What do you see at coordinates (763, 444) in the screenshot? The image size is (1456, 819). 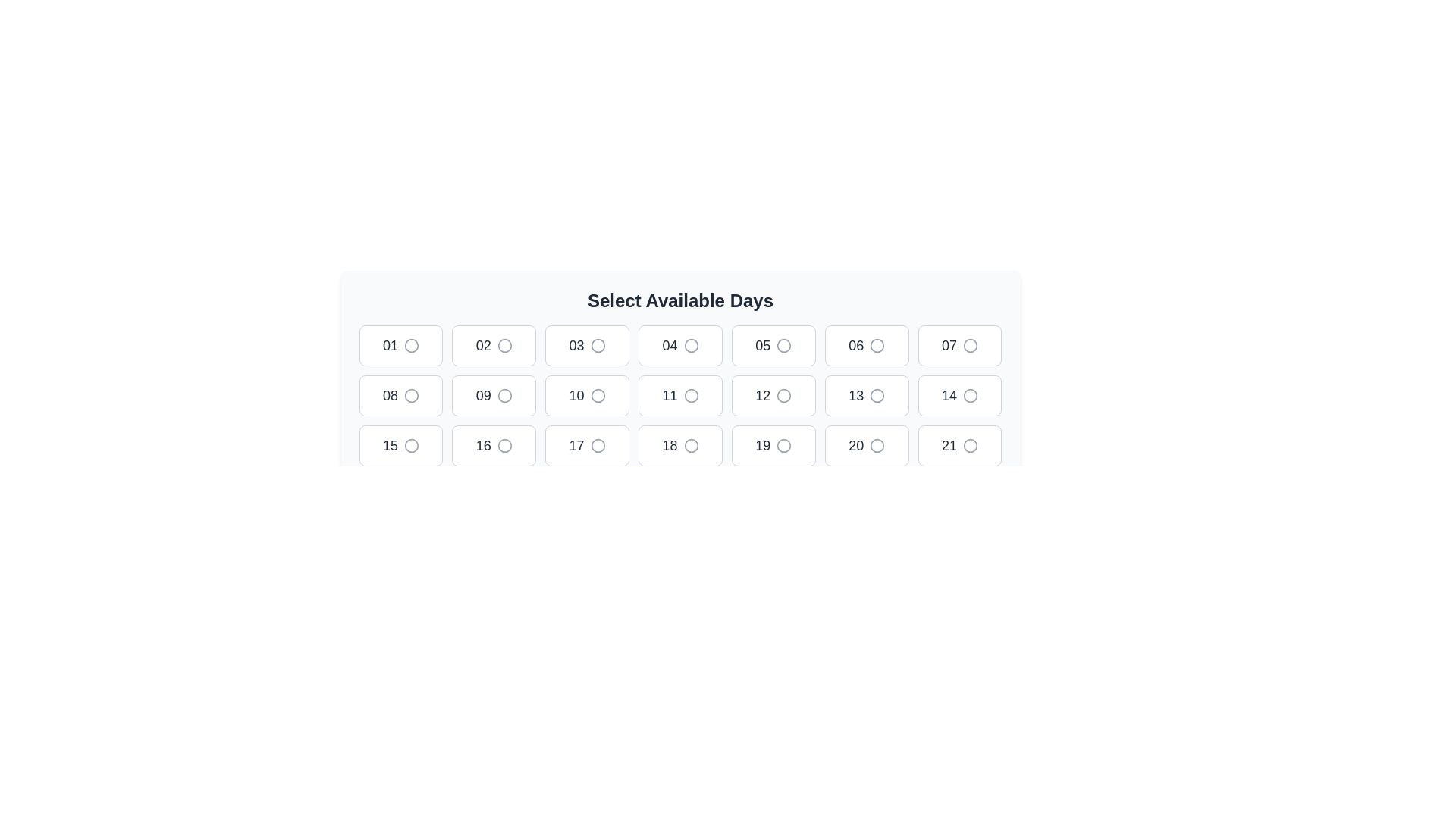 I see `the text label displaying the number '19' within the button component` at bounding box center [763, 444].